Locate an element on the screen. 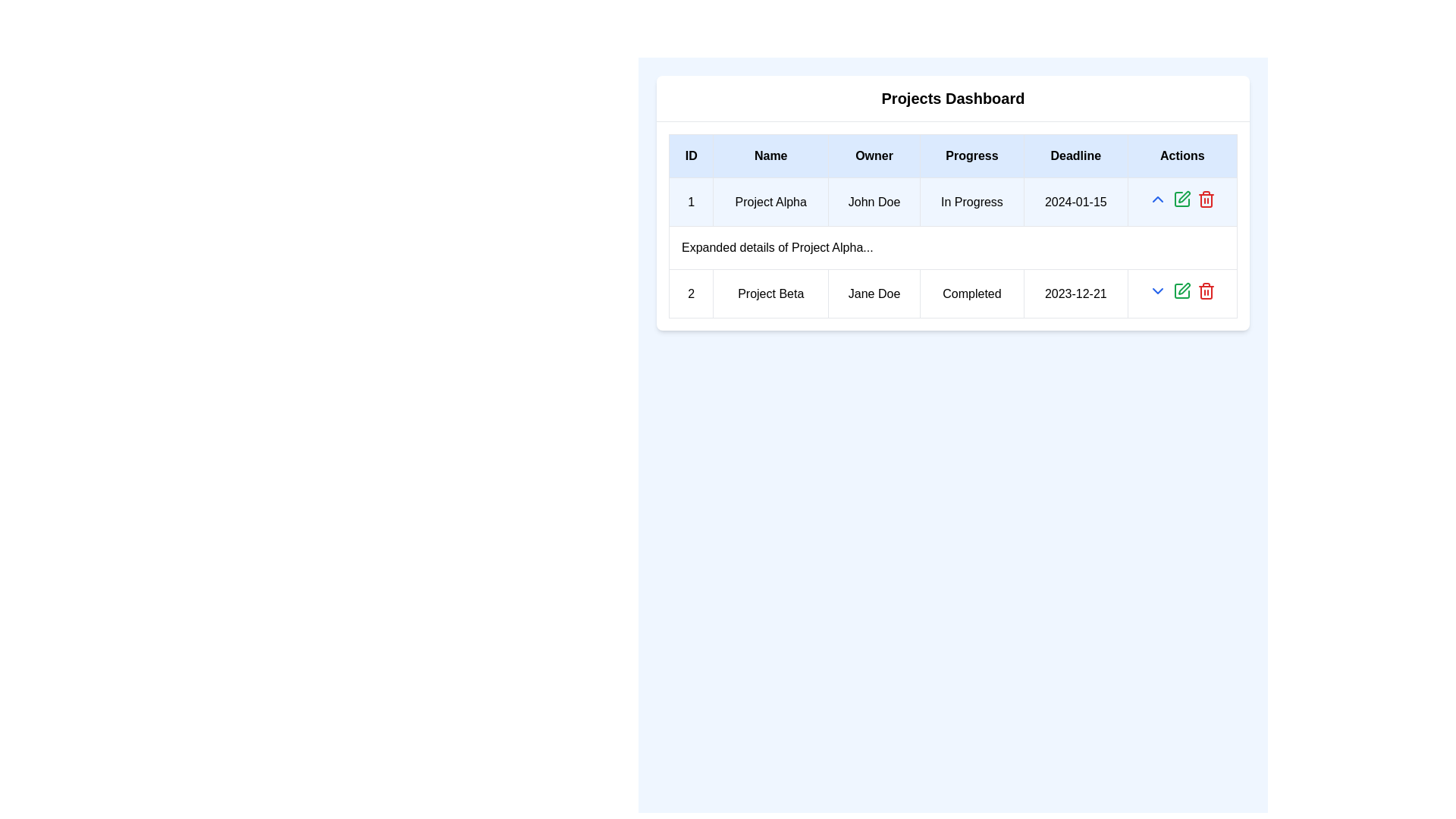 This screenshot has width=1456, height=819. the table cell displaying 'Project Alpha' in bold black font, located in the second column of the first row under the 'Projects Dashboard' is located at coordinates (770, 201).